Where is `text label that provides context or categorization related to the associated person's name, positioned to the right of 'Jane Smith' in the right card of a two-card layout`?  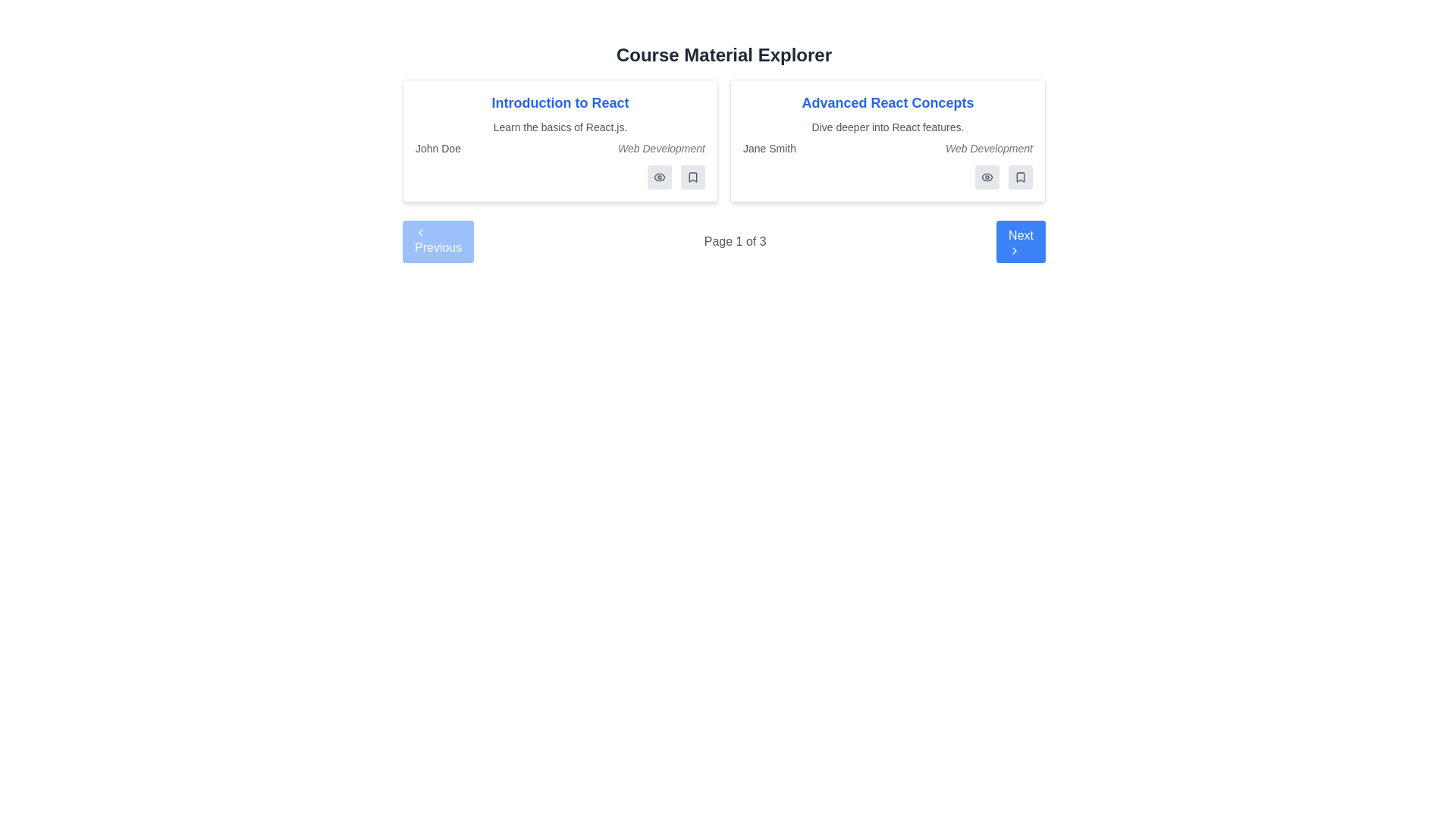
text label that provides context or categorization related to the associated person's name, positioned to the right of 'Jane Smith' in the right card of a two-card layout is located at coordinates (989, 149).